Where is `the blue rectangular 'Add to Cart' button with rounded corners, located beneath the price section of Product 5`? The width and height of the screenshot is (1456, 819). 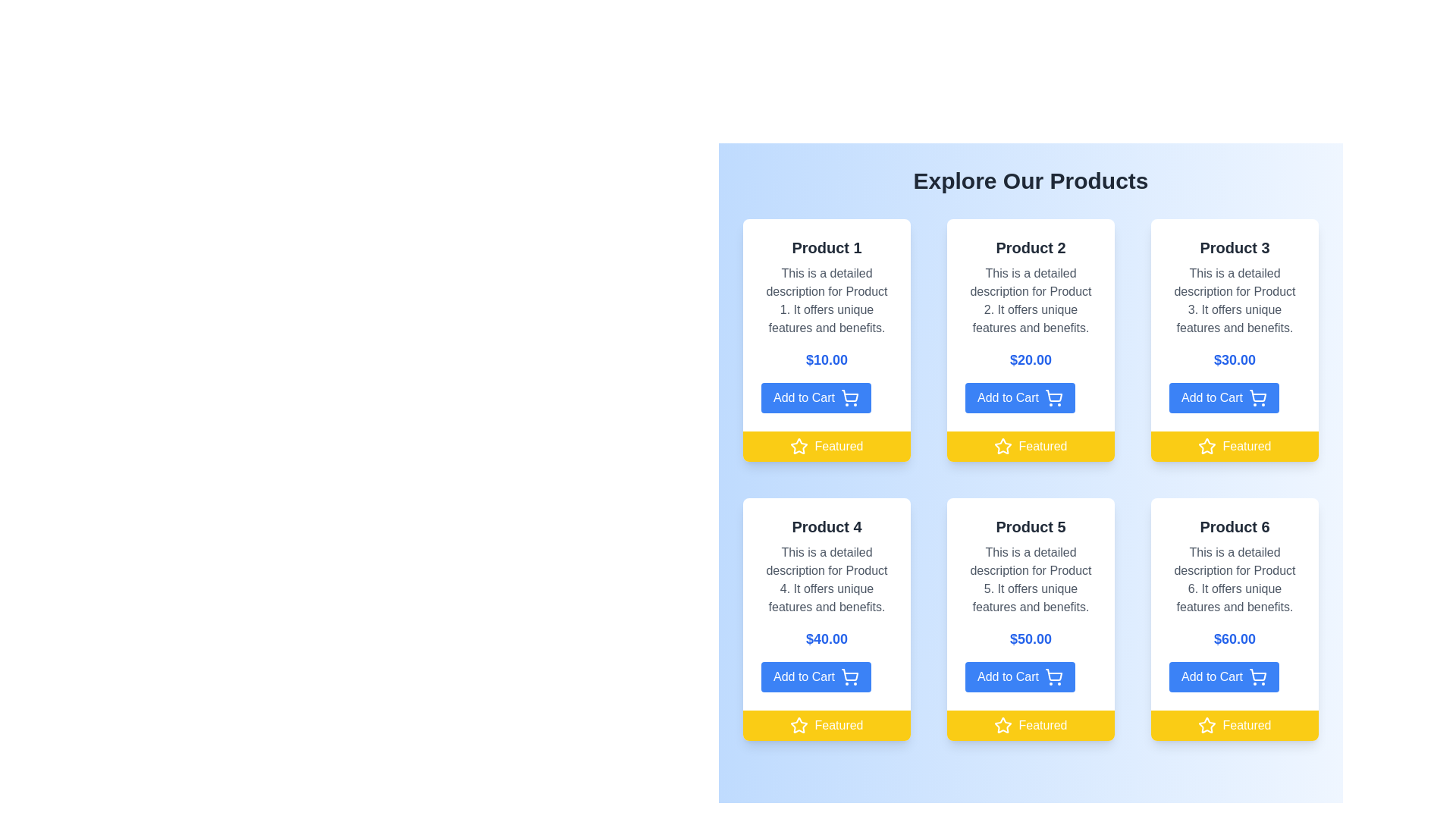
the blue rectangular 'Add to Cart' button with rounded corners, located beneath the price section of Product 5 is located at coordinates (1020, 676).